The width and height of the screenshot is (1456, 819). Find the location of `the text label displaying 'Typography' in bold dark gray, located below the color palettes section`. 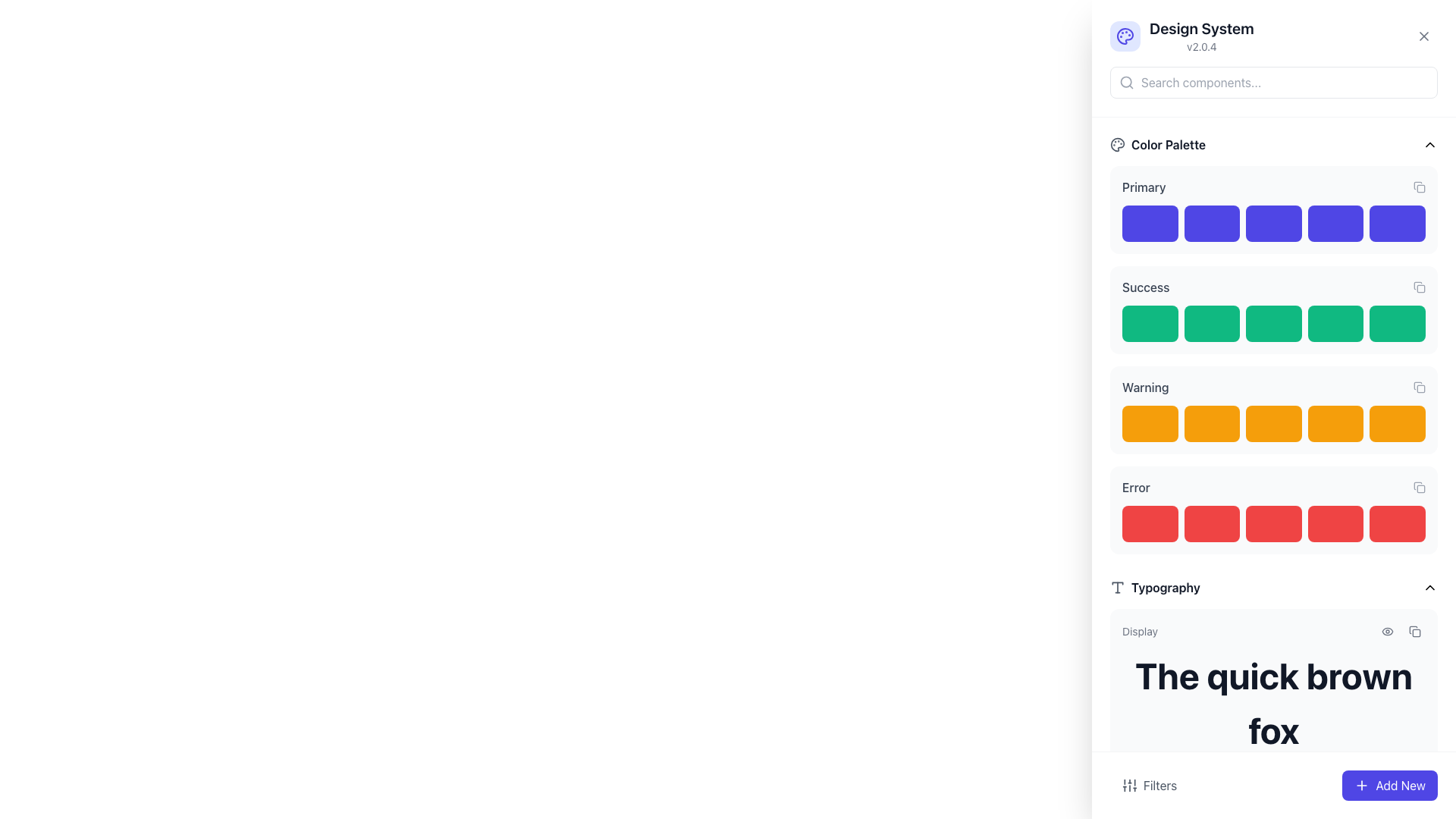

the text label displaying 'Typography' in bold dark gray, located below the color palettes section is located at coordinates (1165, 587).